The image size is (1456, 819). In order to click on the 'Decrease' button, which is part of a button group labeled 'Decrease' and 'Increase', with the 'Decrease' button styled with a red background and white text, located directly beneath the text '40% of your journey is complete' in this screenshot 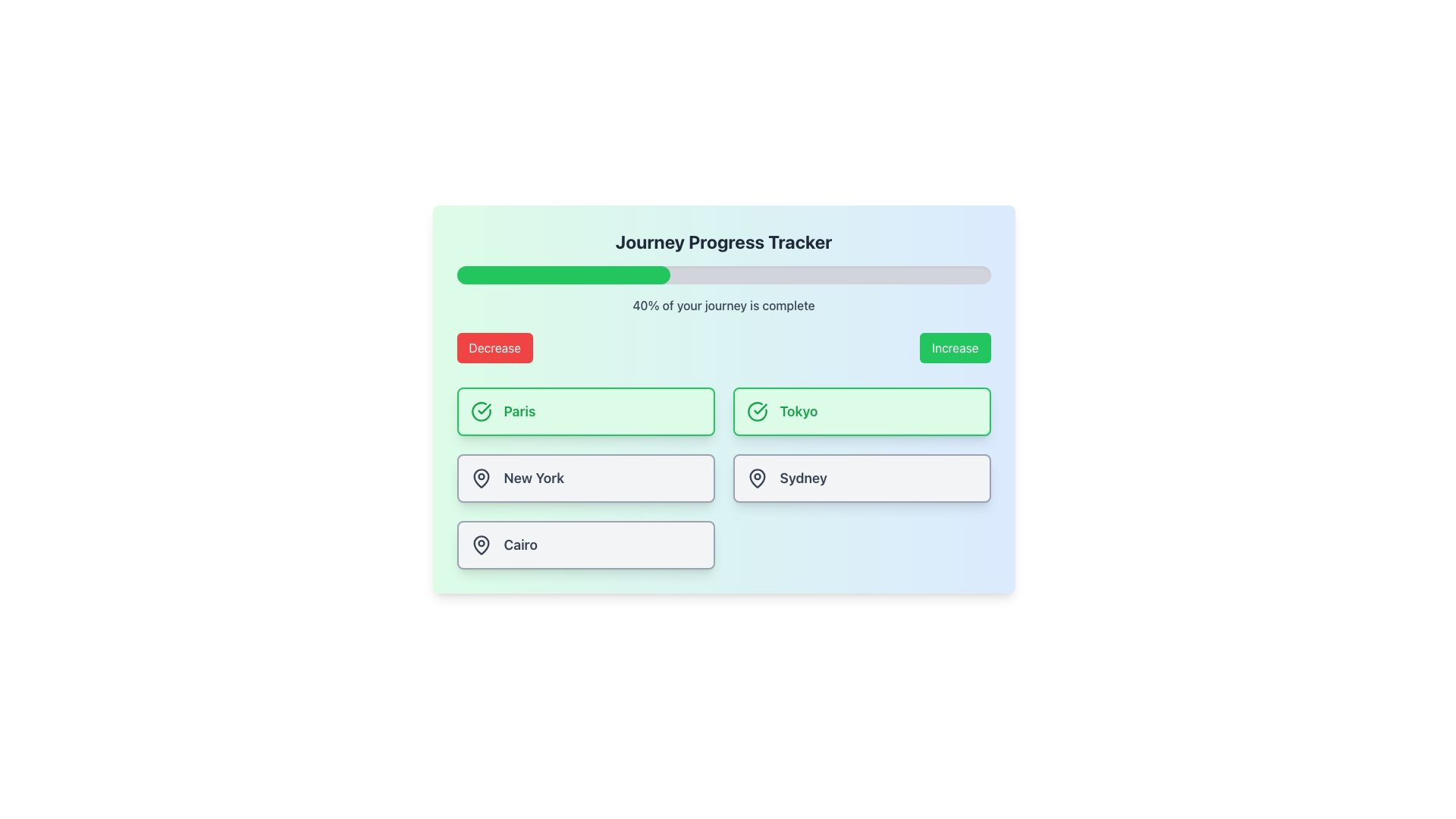, I will do `click(723, 348)`.